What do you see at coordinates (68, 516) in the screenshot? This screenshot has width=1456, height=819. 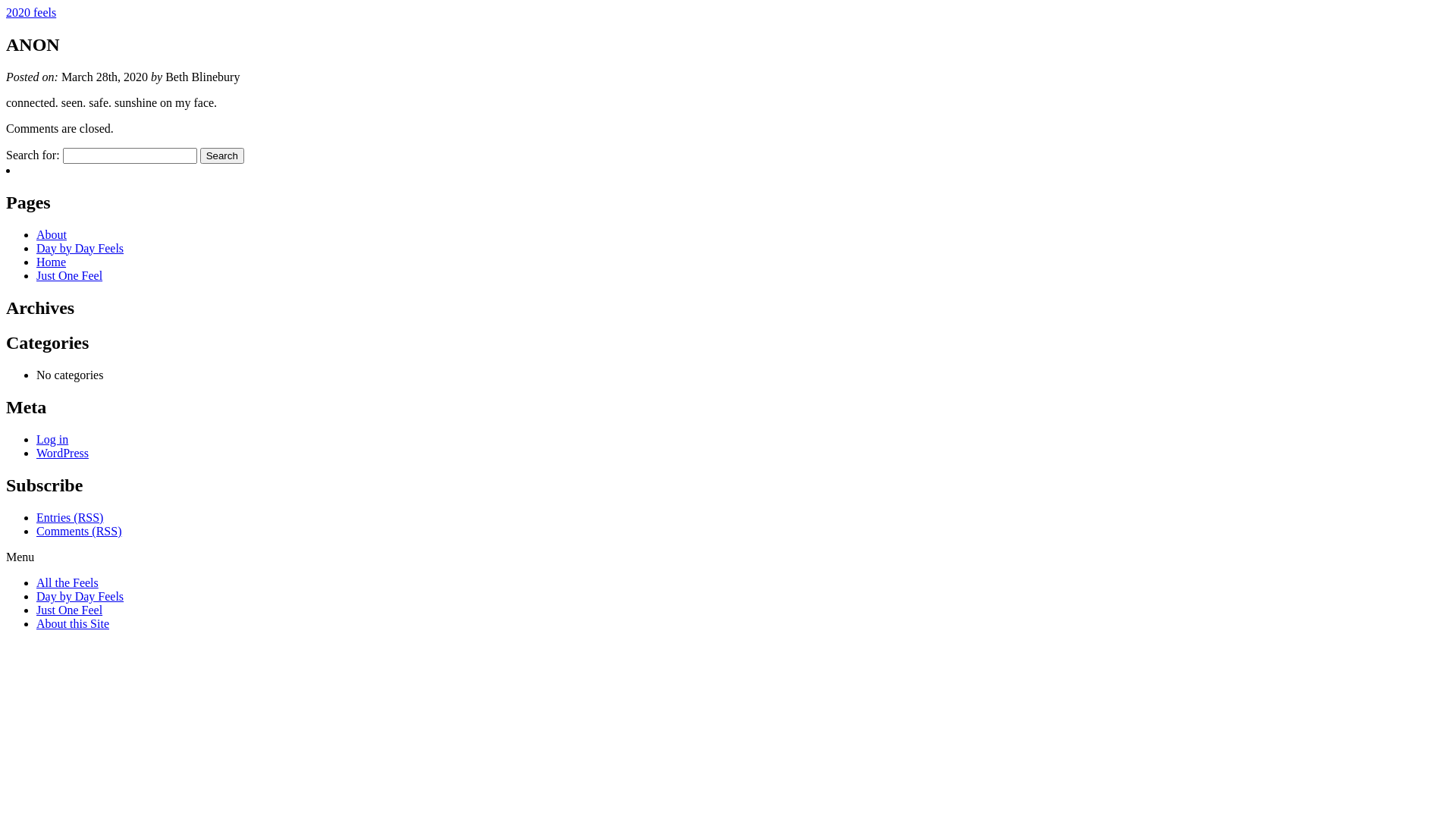 I see `'Entries (RSS)'` at bounding box center [68, 516].